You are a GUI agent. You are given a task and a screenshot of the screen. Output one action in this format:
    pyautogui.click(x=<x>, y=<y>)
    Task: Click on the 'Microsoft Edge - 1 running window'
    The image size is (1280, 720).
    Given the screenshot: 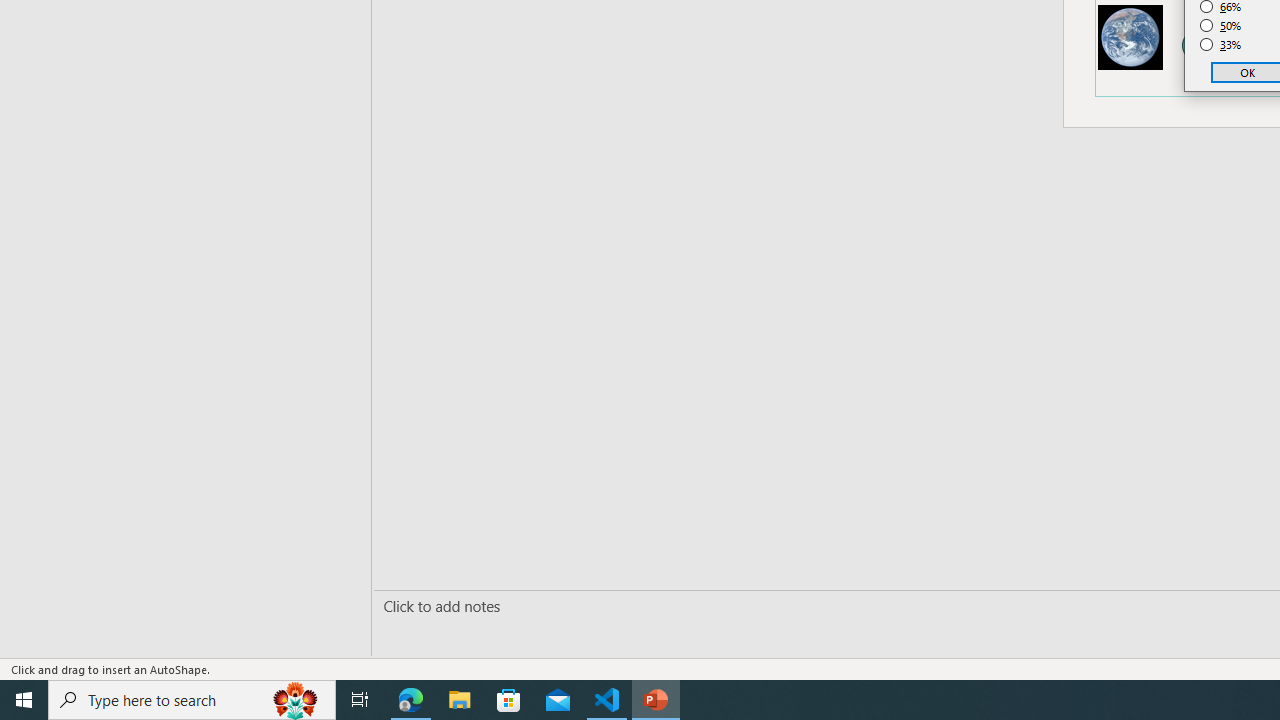 What is the action you would take?
    pyautogui.click(x=410, y=698)
    